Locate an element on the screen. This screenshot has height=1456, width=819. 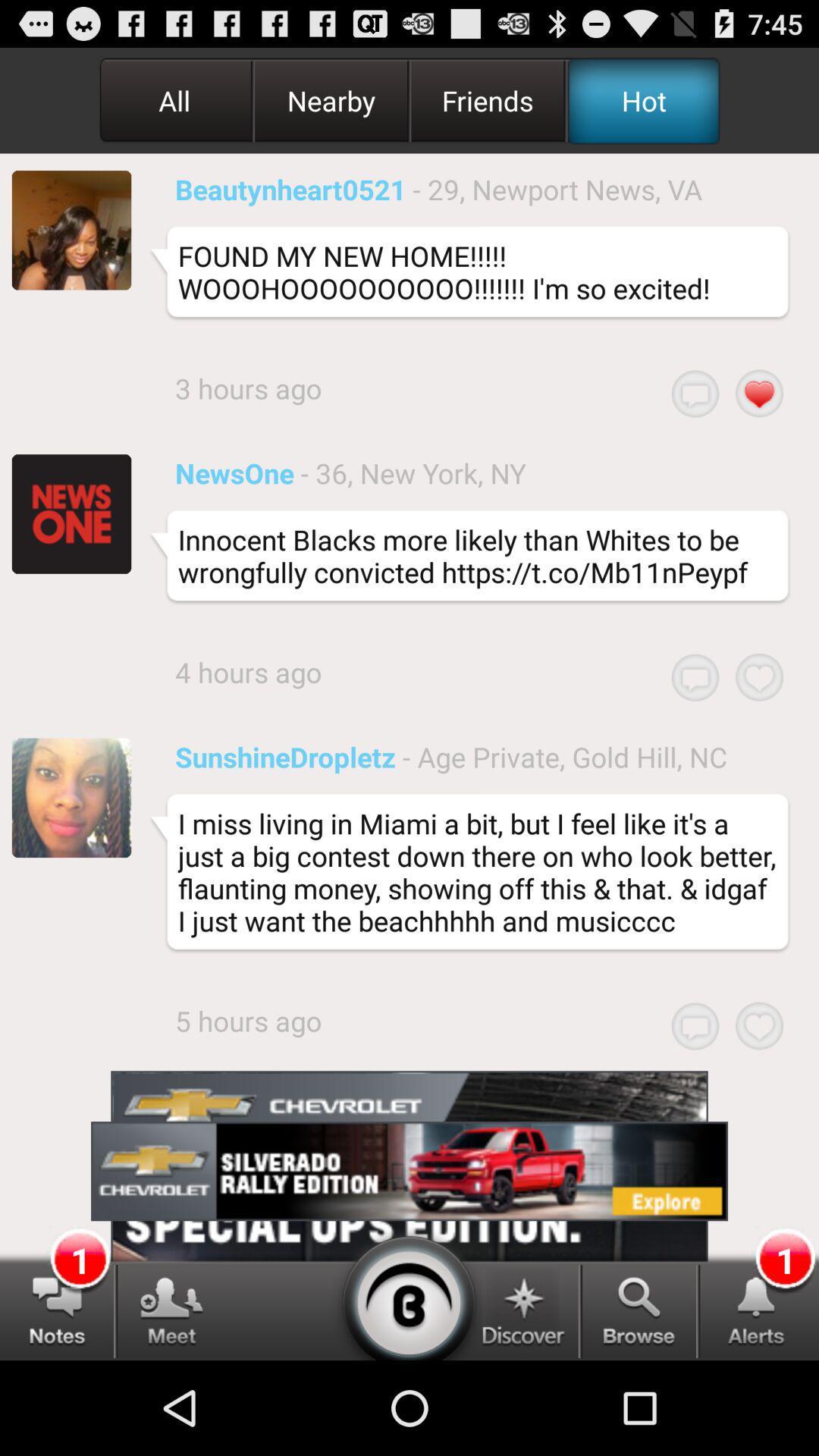
the chat icon is located at coordinates (55, 1401).